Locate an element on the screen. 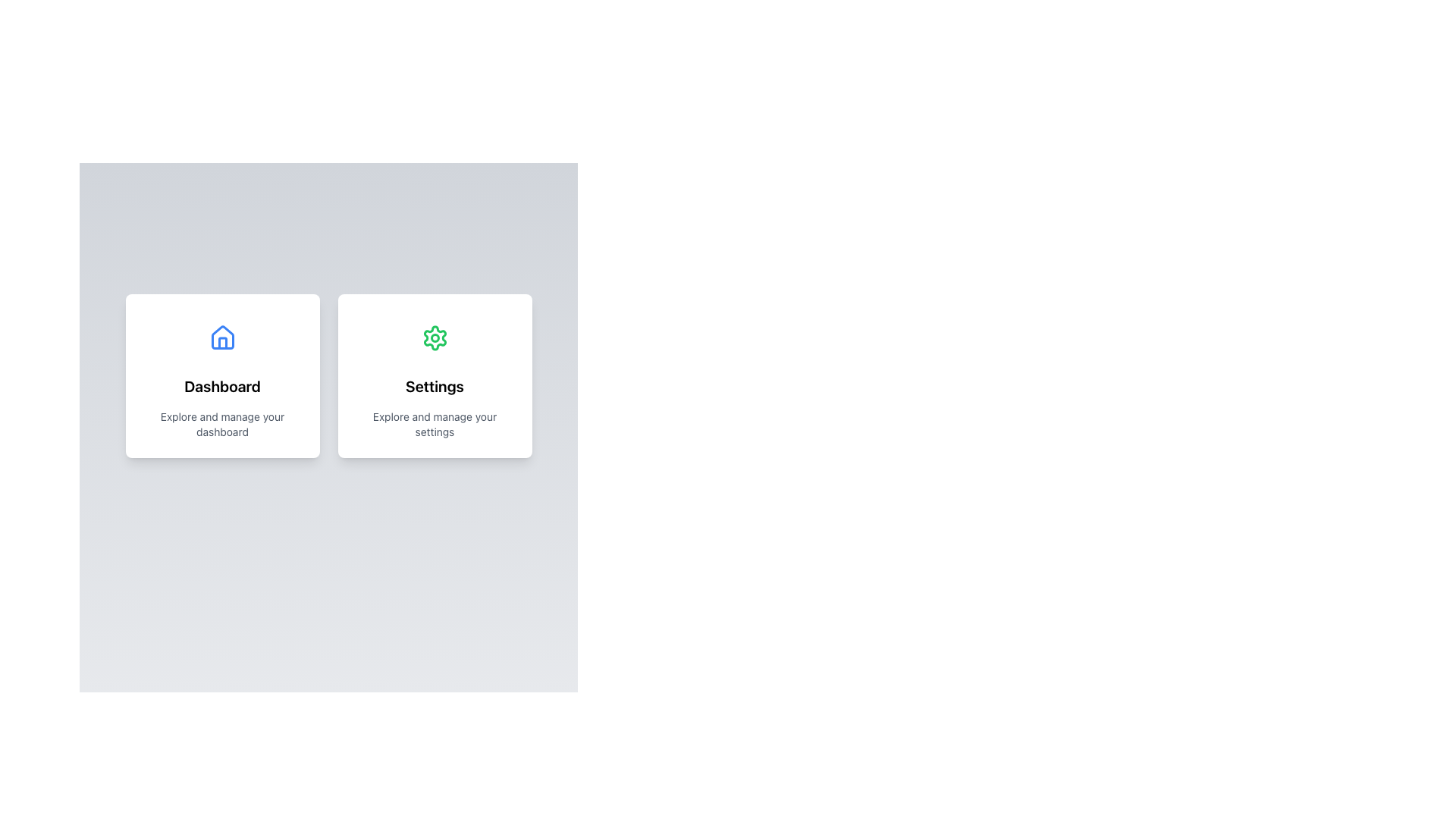 Image resolution: width=1456 pixels, height=819 pixels. the green gear-like graphical icon located in the 'Settings' card, positioned above the 'Settings' label and centered within the card is located at coordinates (434, 337).